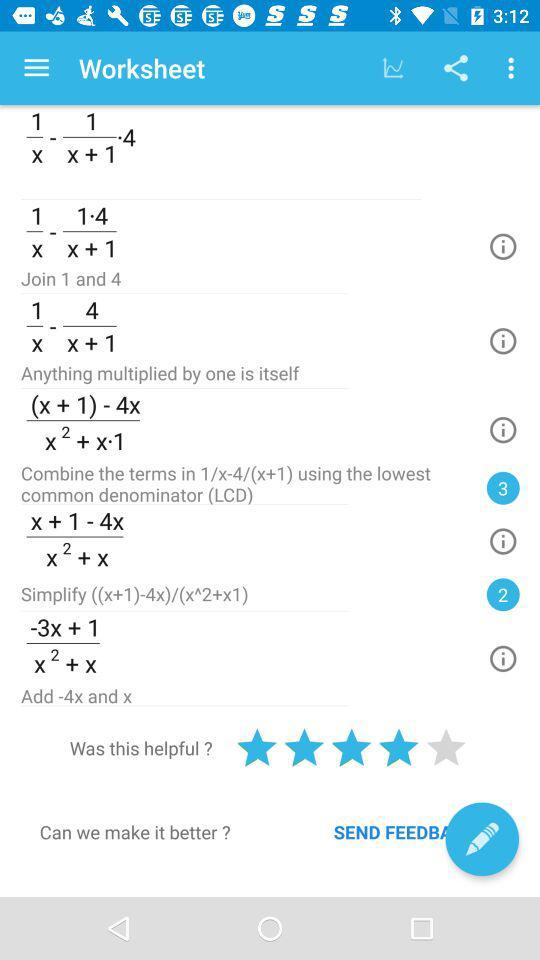 This screenshot has width=540, height=960. Describe the element at coordinates (481, 839) in the screenshot. I see `the edit icon` at that location.